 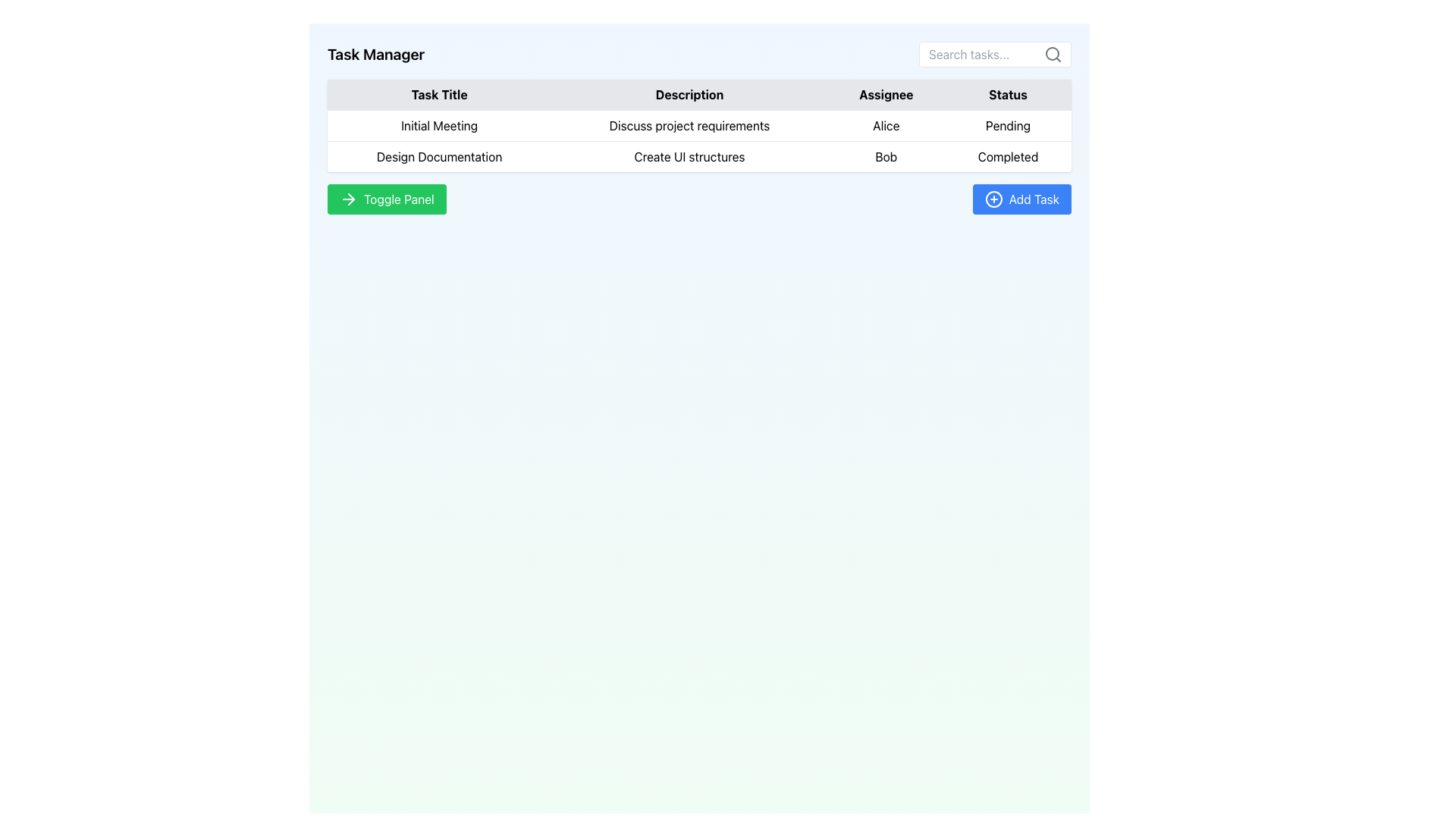 What do you see at coordinates (1008, 95) in the screenshot?
I see `the 'Status' text label located in the header row of the table, which is styled with bold and centered text and positioned as the fourth column from the left` at bounding box center [1008, 95].